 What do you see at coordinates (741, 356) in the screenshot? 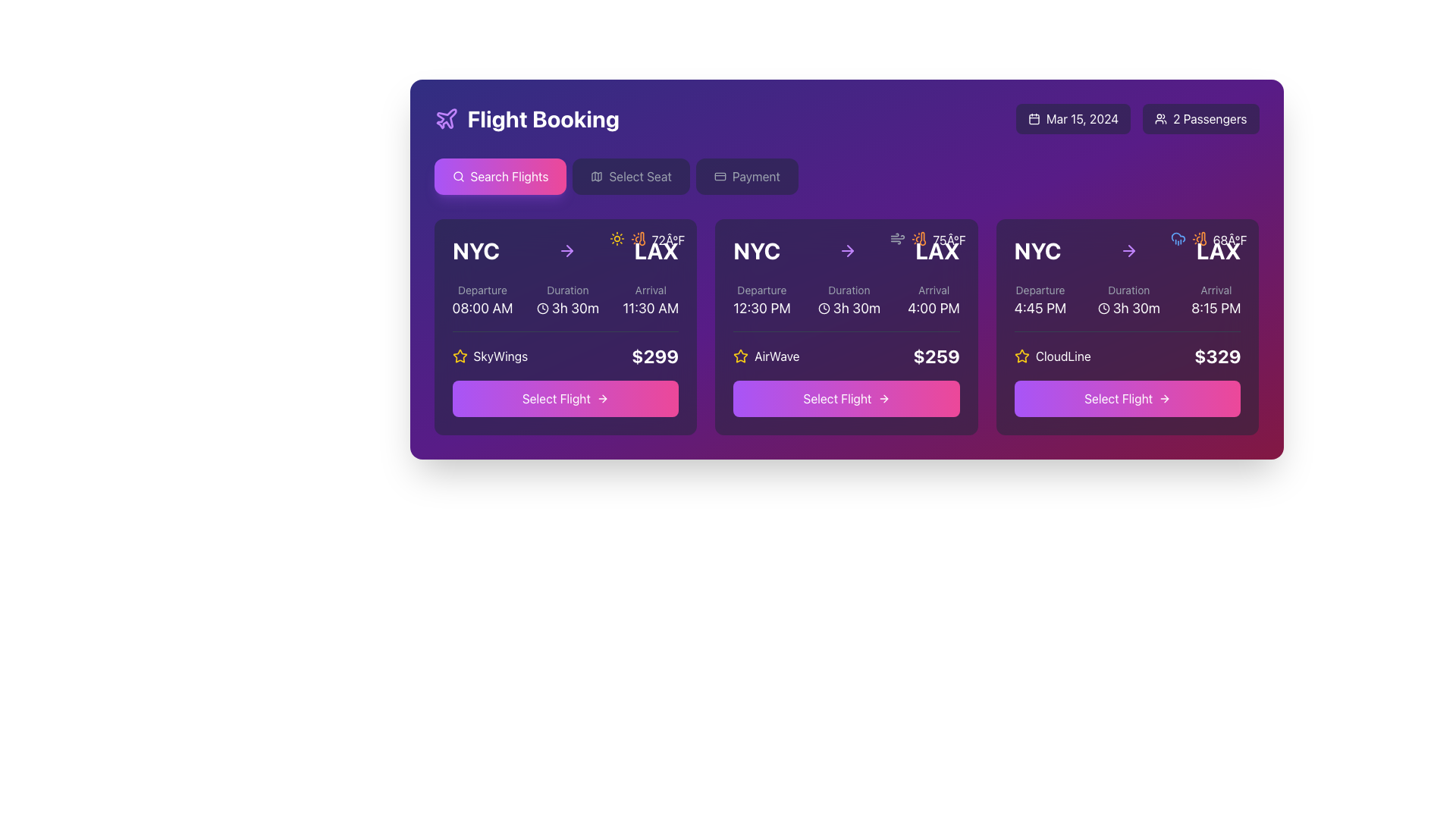
I see `the star icon located to the left of the text 'AirWave' in the second flight card representing a flight from NYC to LAX` at bounding box center [741, 356].